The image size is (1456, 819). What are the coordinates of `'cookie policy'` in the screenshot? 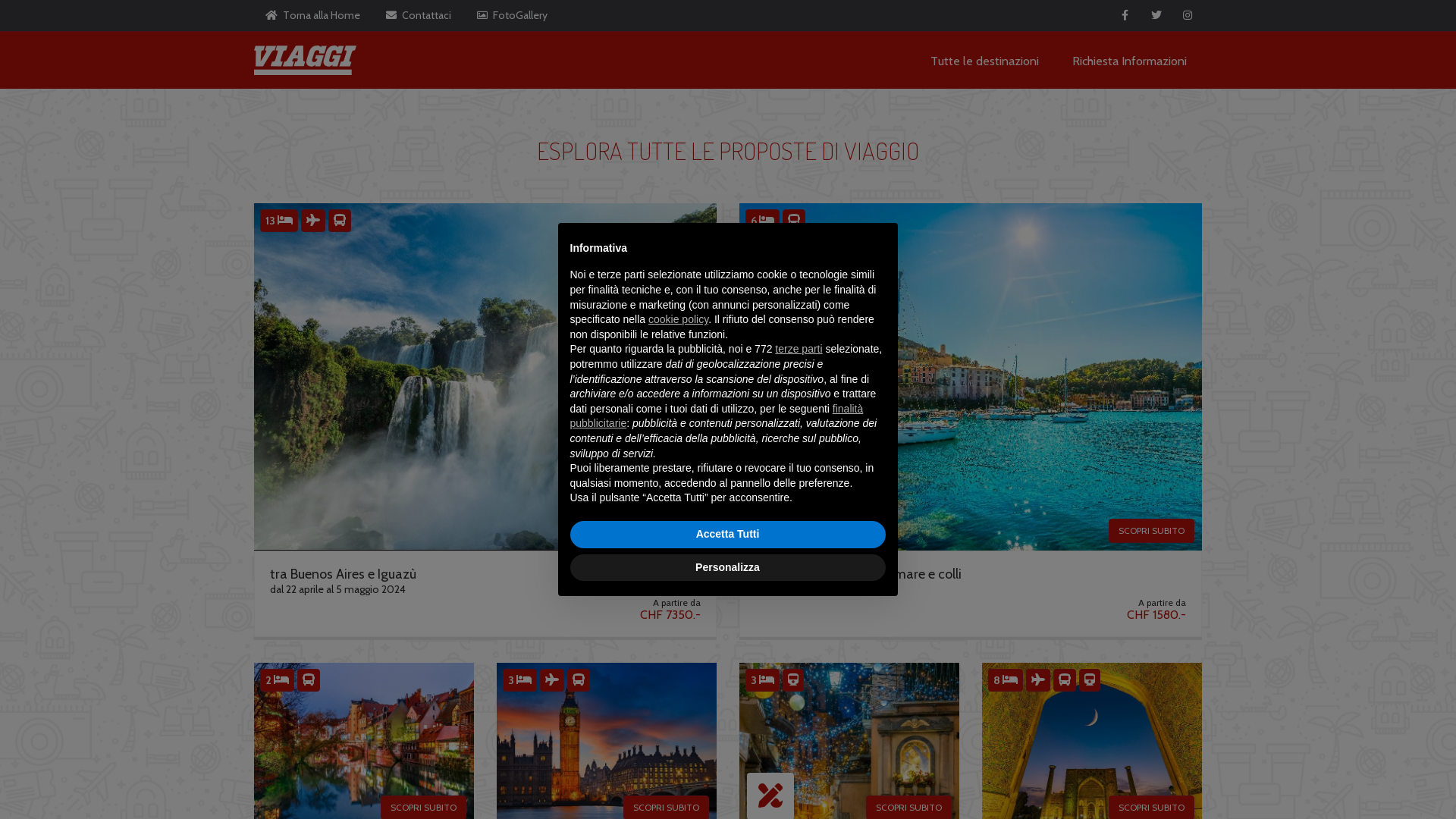 It's located at (678, 318).